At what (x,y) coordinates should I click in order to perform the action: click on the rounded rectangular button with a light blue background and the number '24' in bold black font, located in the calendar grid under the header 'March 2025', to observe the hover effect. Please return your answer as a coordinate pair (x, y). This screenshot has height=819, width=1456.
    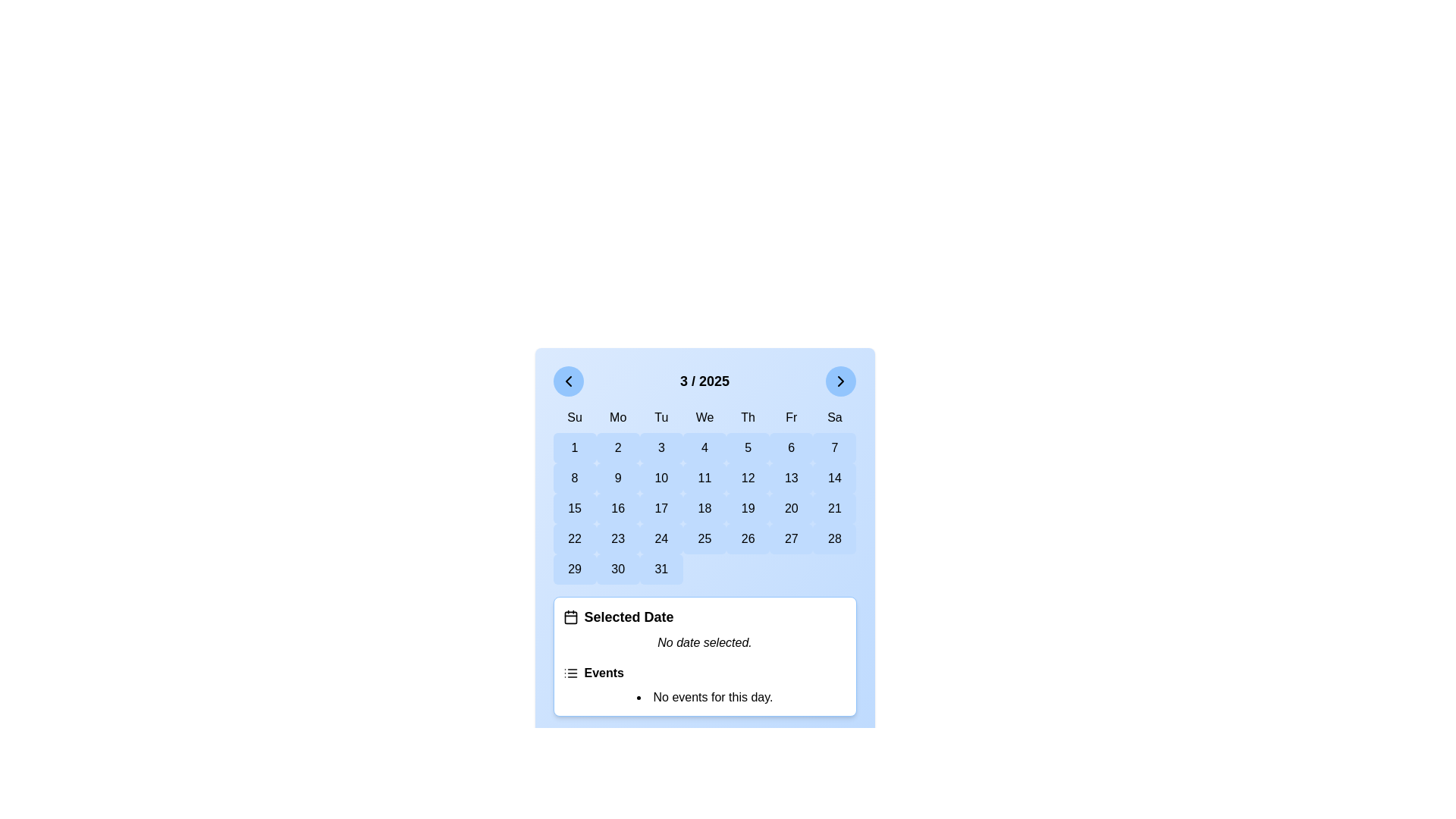
    Looking at the image, I should click on (661, 538).